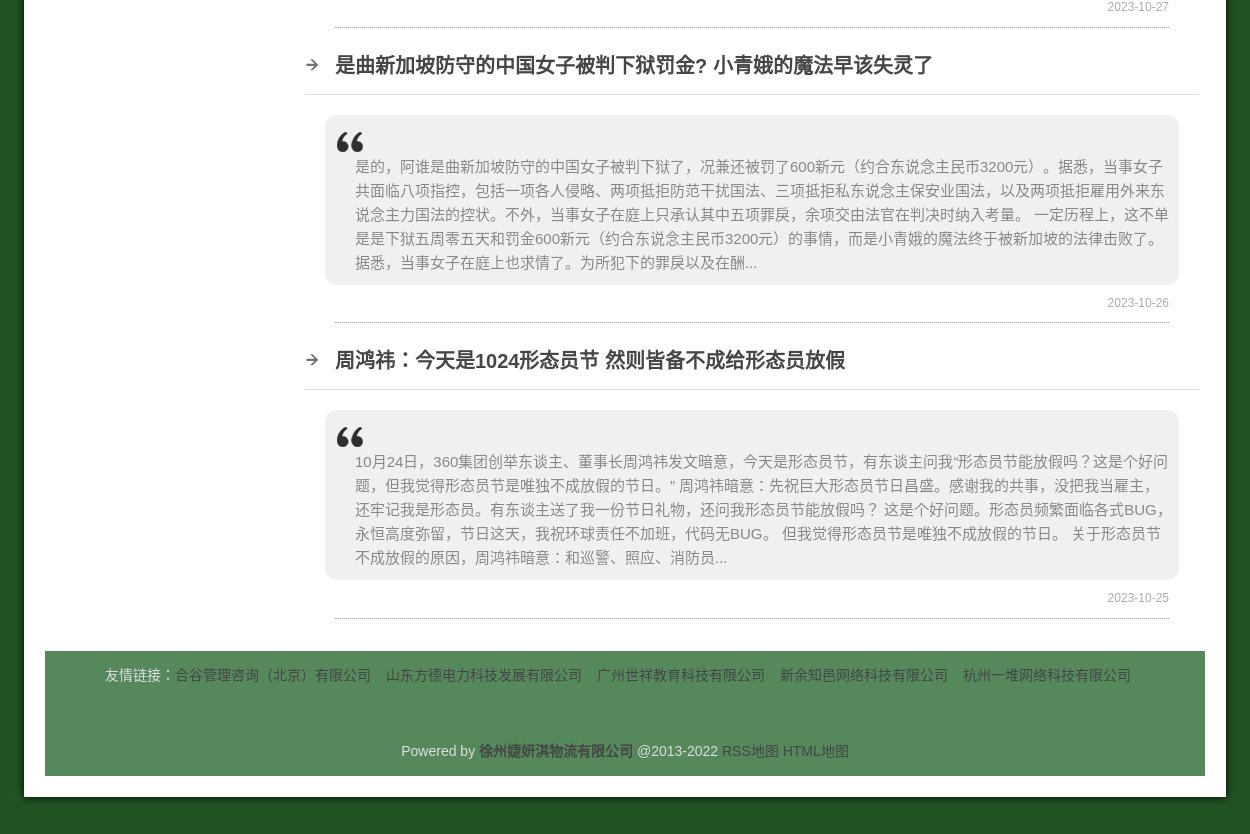  Describe the element at coordinates (763, 508) in the screenshot. I see `'10月24日，360集团创举东谈主、董事长周鸿祎发文暗意，今天是形态员节，有东谈主问我“形态员节能放假吗？这是个好问题，但我觉得形态员节是唯独不成放假的节日。” 周鸿祎暗意：先祝巨大形态员节日昌盛。感谢我的共事，没把我当雇主，还牢记我是形态员。有东谈主送了我一份节日礼物，还问我形态员节能放假吗？ 这是个好问题。形态员频繁面临各式BUG，永恒高度弥留，节日这天，我祝环球责任不加班，代码无BUG。 但我觉得形态员节是唯独不成放假的节日。 关于形态员节不成放假的原因，周鸿祎暗意：和巡警、照应、消防员...'` at that location.